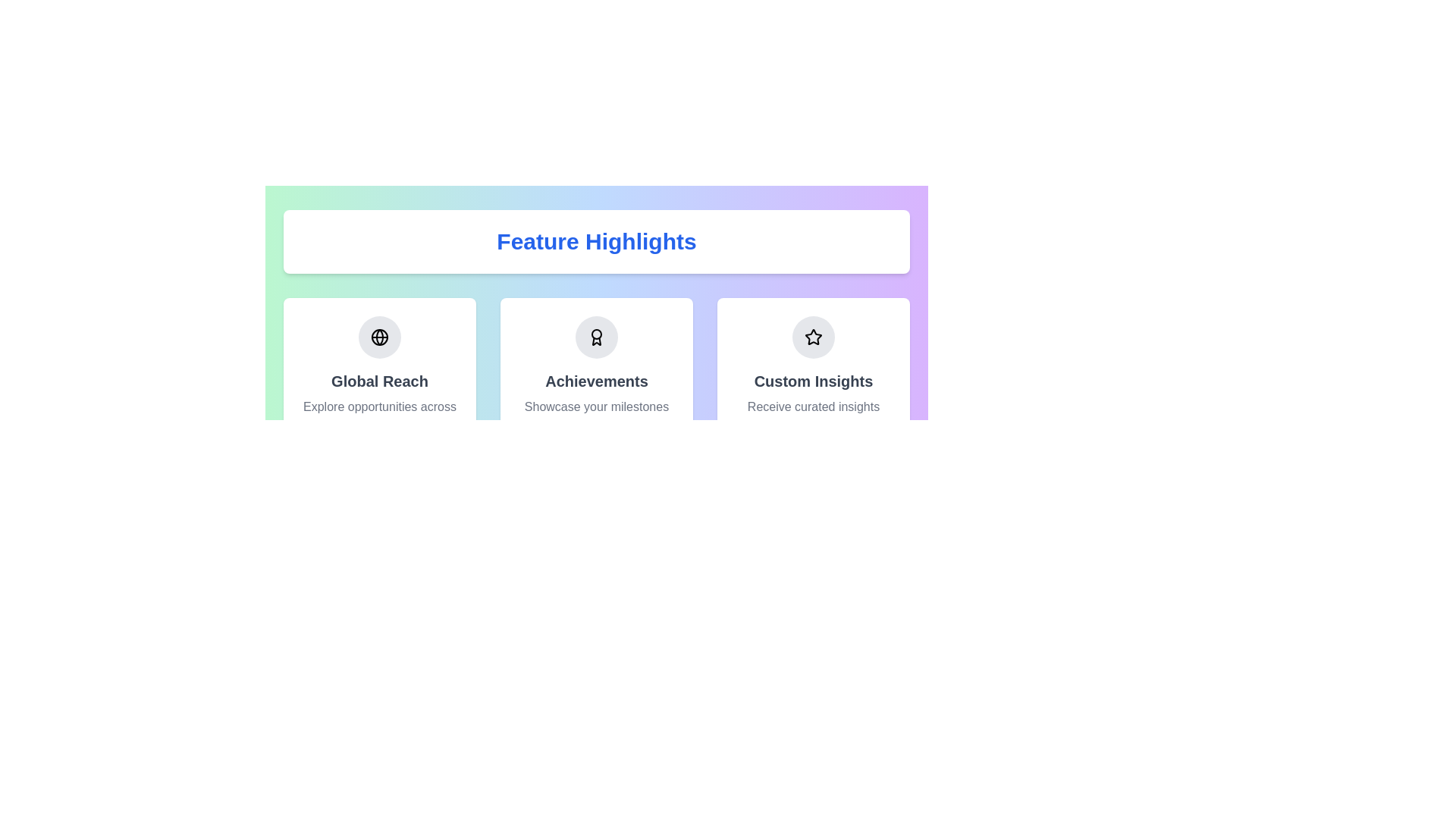  Describe the element at coordinates (813, 383) in the screenshot. I see `the Information card featuring a centered star icon with the bold text 'Custom Insights' and smaller text 'Receive curated insights tailored specifically to your goals.' This card is the third in a grid layout and is located to the right of the 'Achievements' card` at that location.